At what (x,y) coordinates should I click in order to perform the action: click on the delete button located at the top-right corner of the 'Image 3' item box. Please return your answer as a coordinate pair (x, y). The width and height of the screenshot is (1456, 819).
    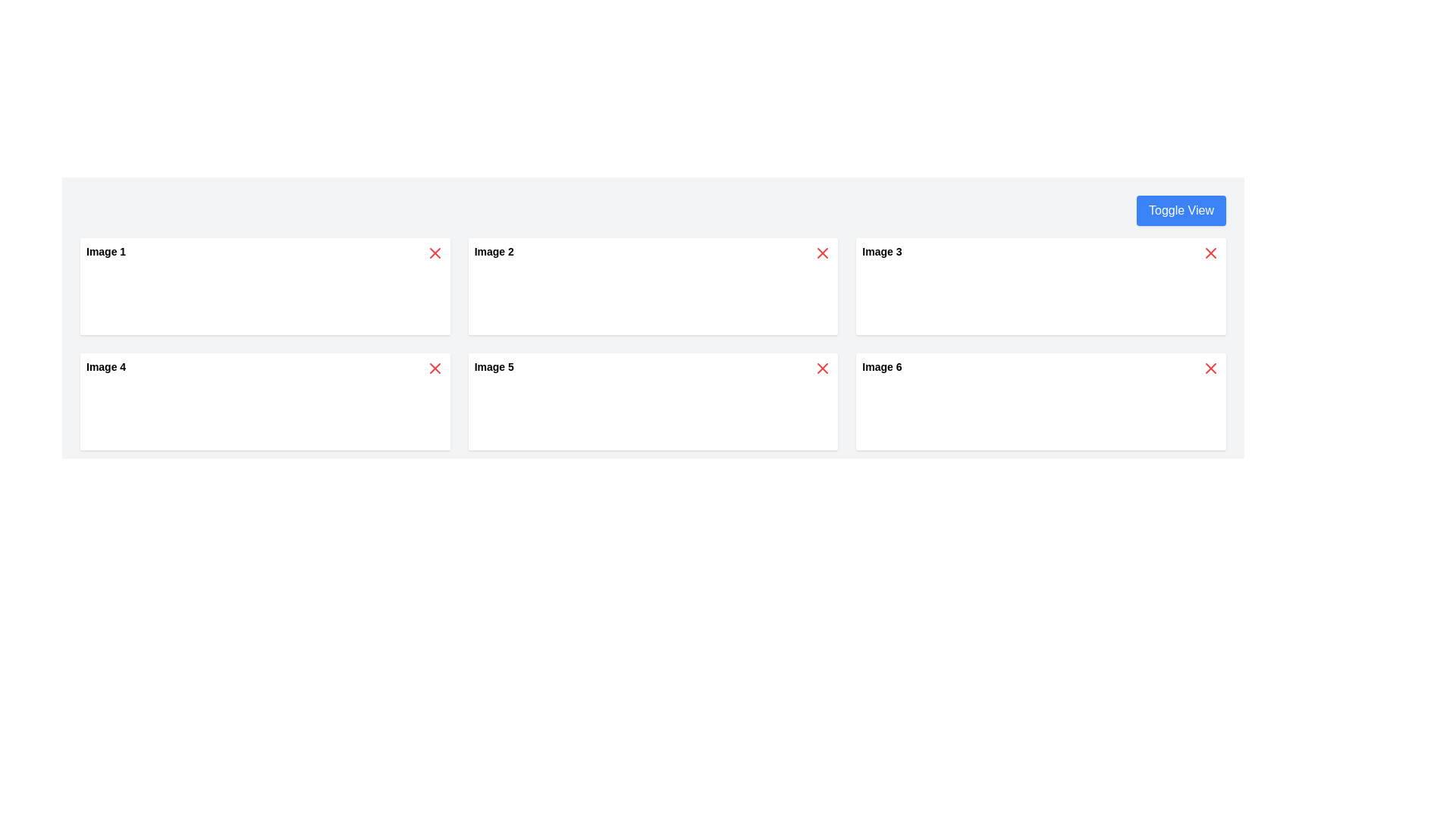
    Looking at the image, I should click on (1210, 253).